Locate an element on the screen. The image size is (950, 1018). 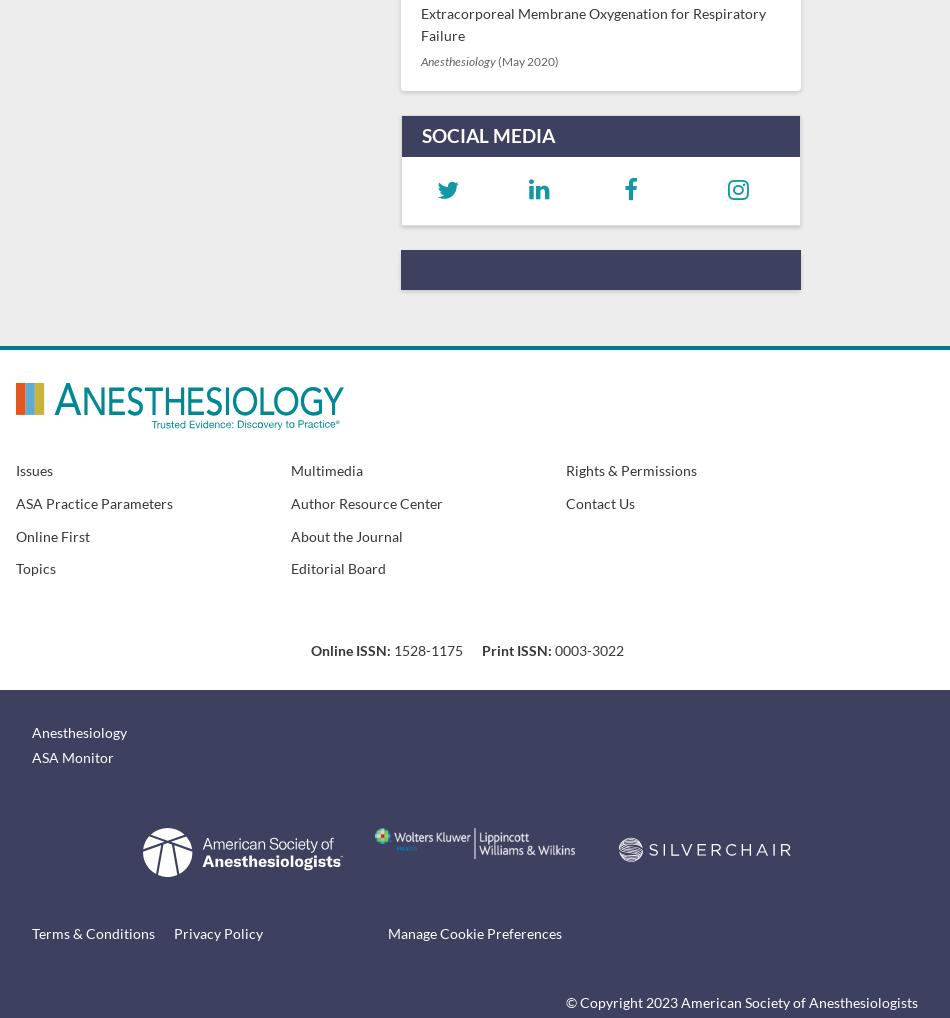
'About the Journal' is located at coordinates (346, 534).